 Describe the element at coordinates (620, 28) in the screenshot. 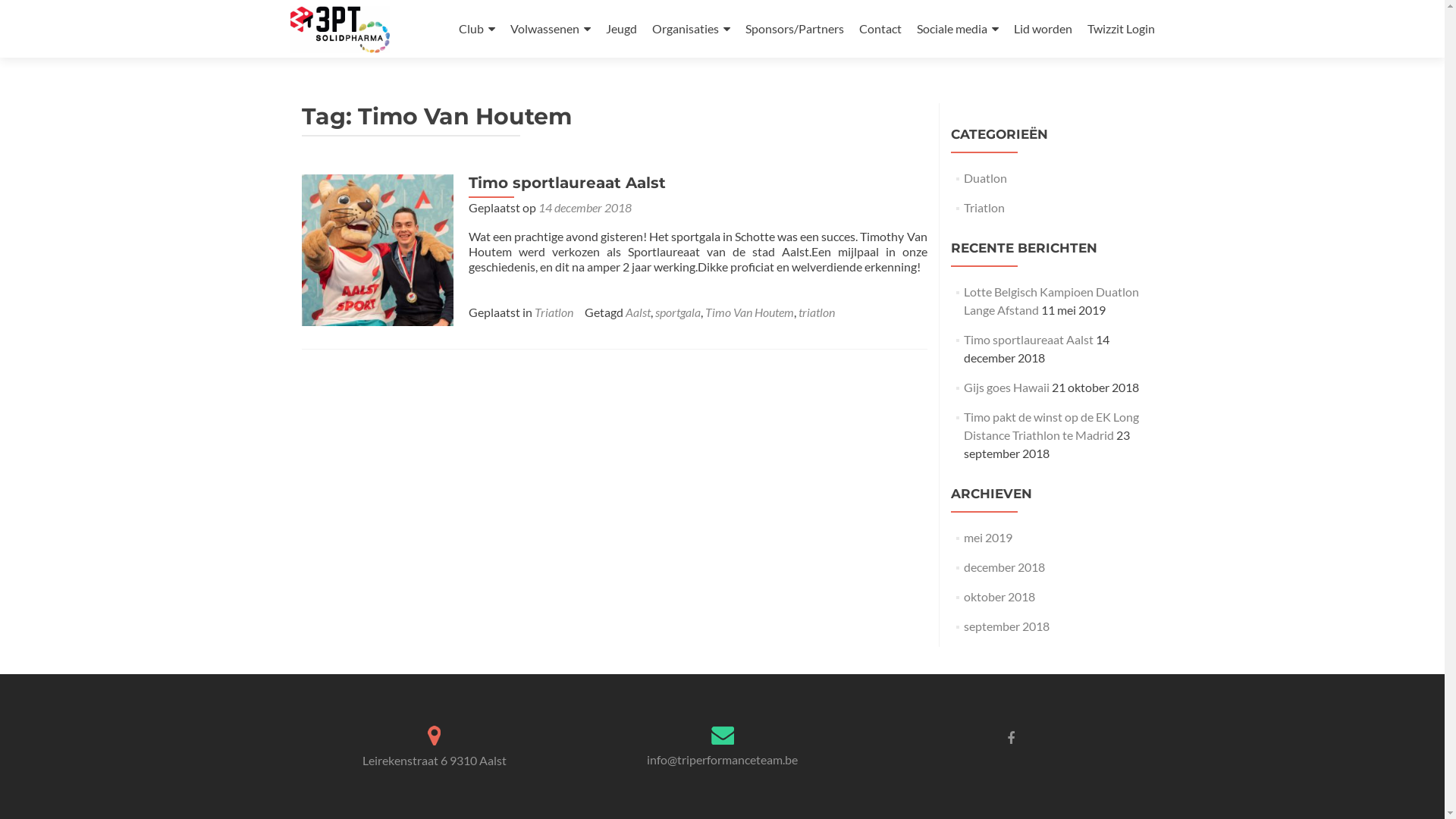

I see `'Jeugd'` at that location.